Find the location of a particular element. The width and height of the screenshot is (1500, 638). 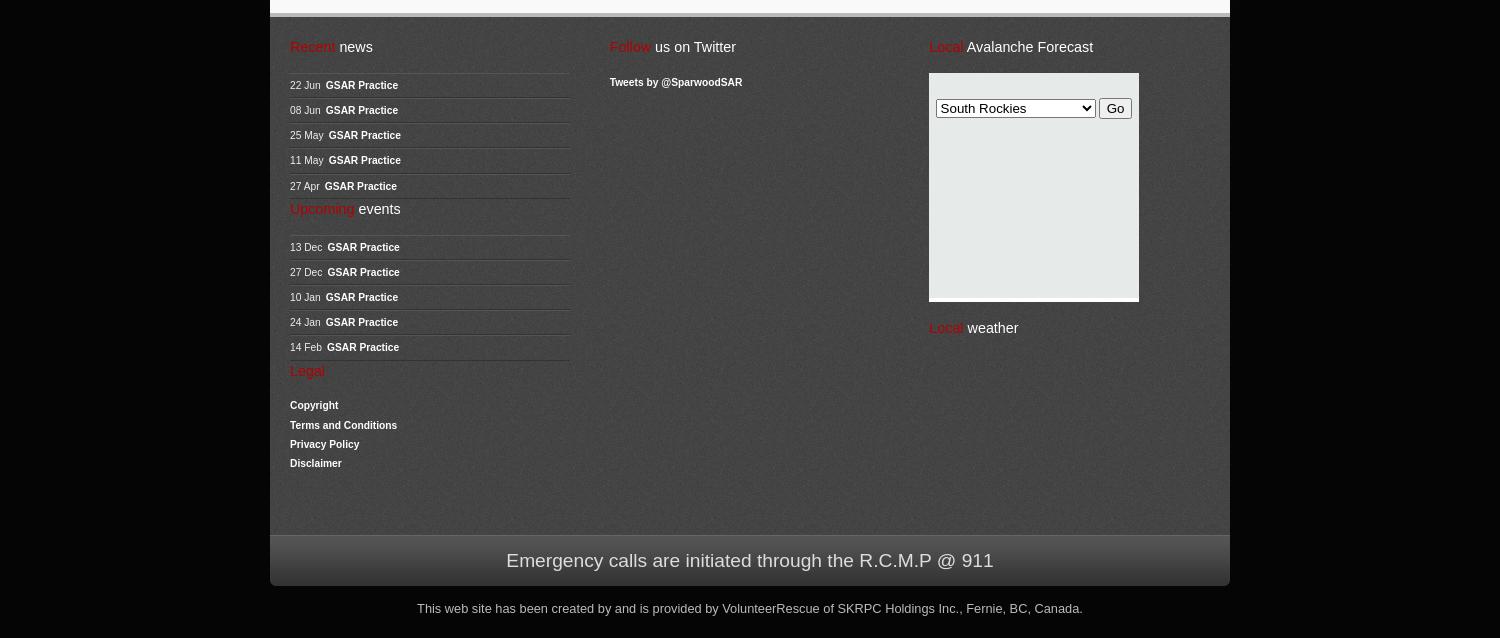

'11 May' is located at coordinates (306, 160).